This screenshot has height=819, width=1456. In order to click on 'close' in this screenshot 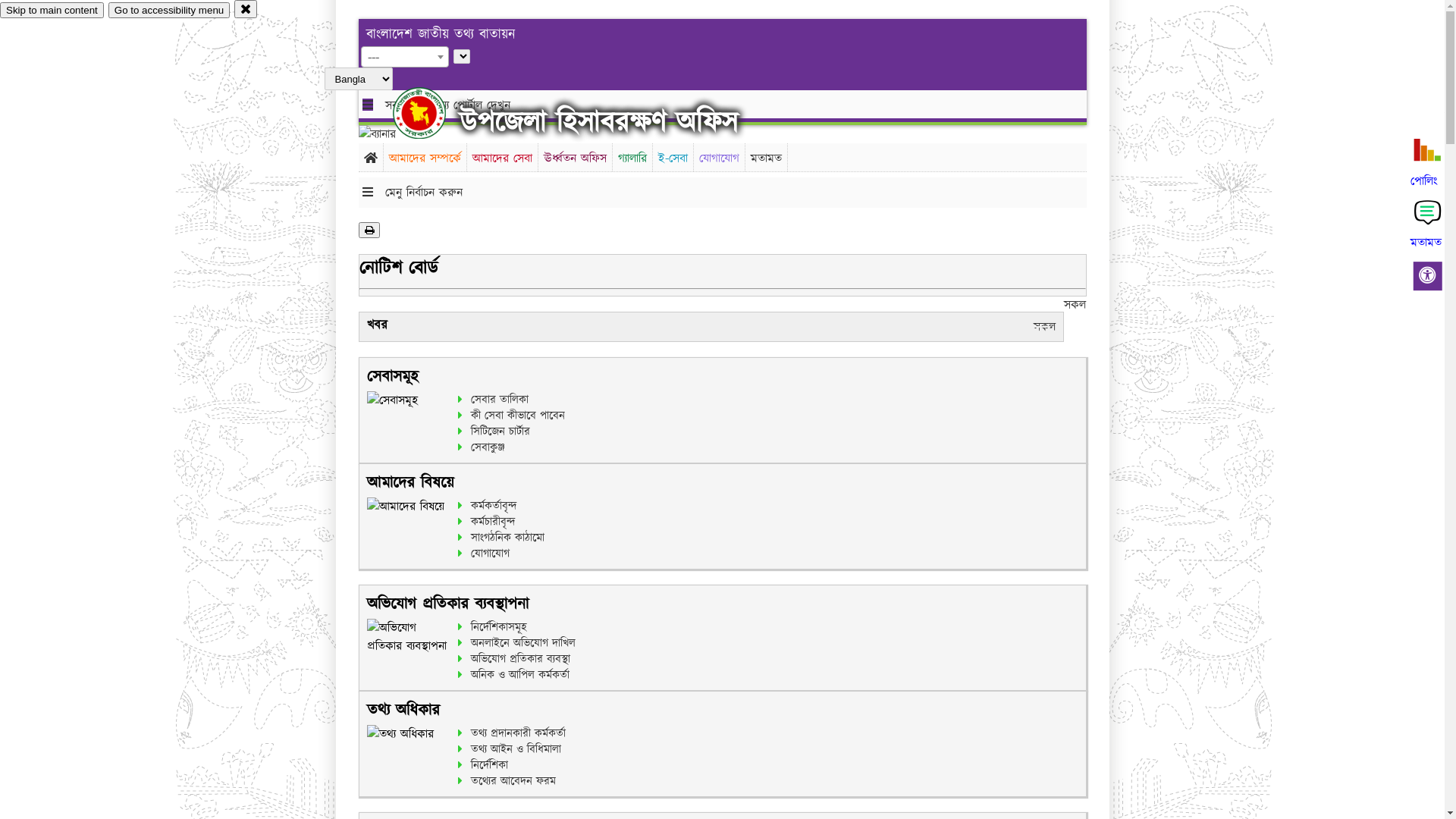, I will do `click(246, 8)`.